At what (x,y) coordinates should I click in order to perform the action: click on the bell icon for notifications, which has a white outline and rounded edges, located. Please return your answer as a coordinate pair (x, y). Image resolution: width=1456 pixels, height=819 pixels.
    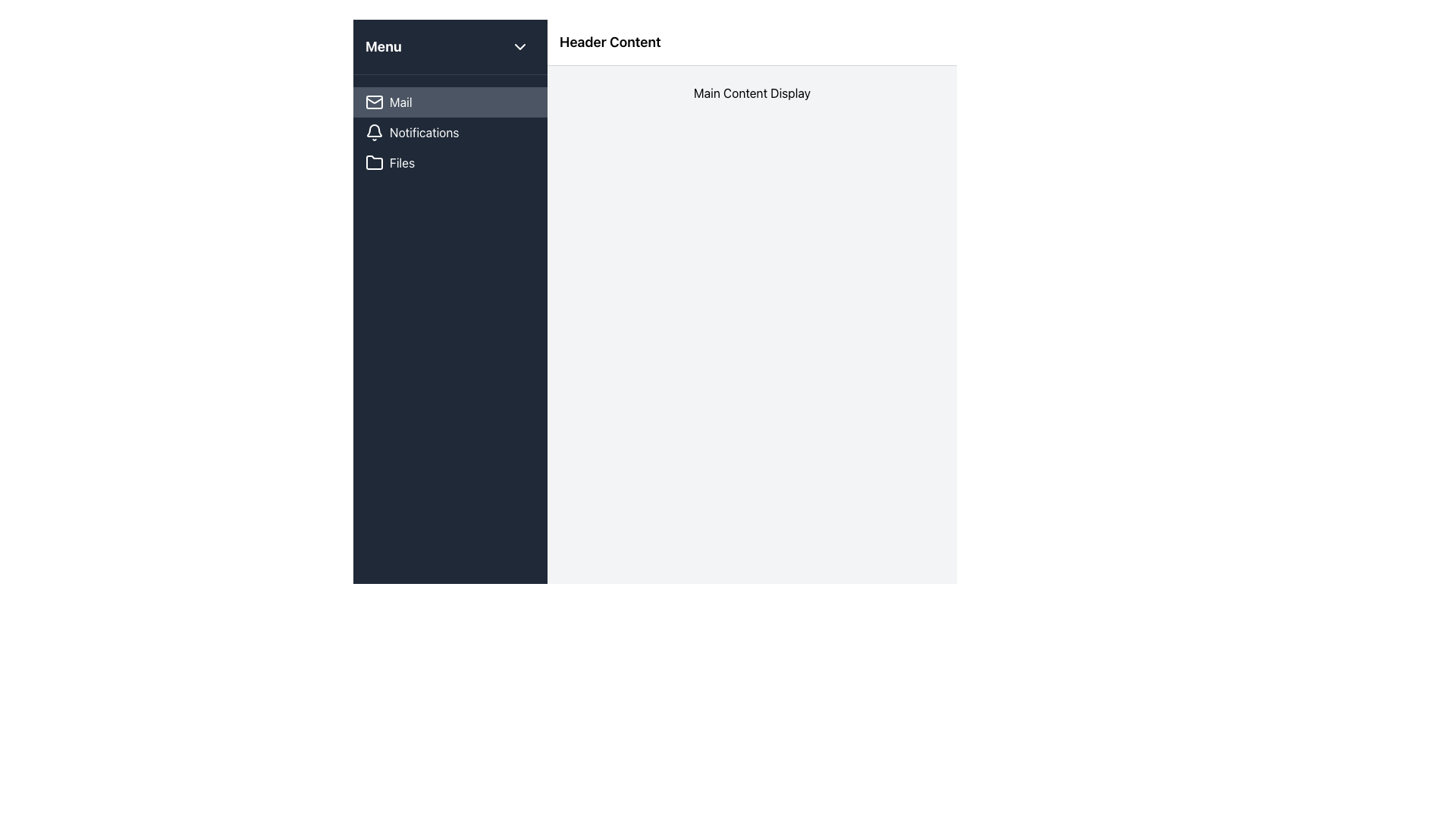
    Looking at the image, I should click on (375, 131).